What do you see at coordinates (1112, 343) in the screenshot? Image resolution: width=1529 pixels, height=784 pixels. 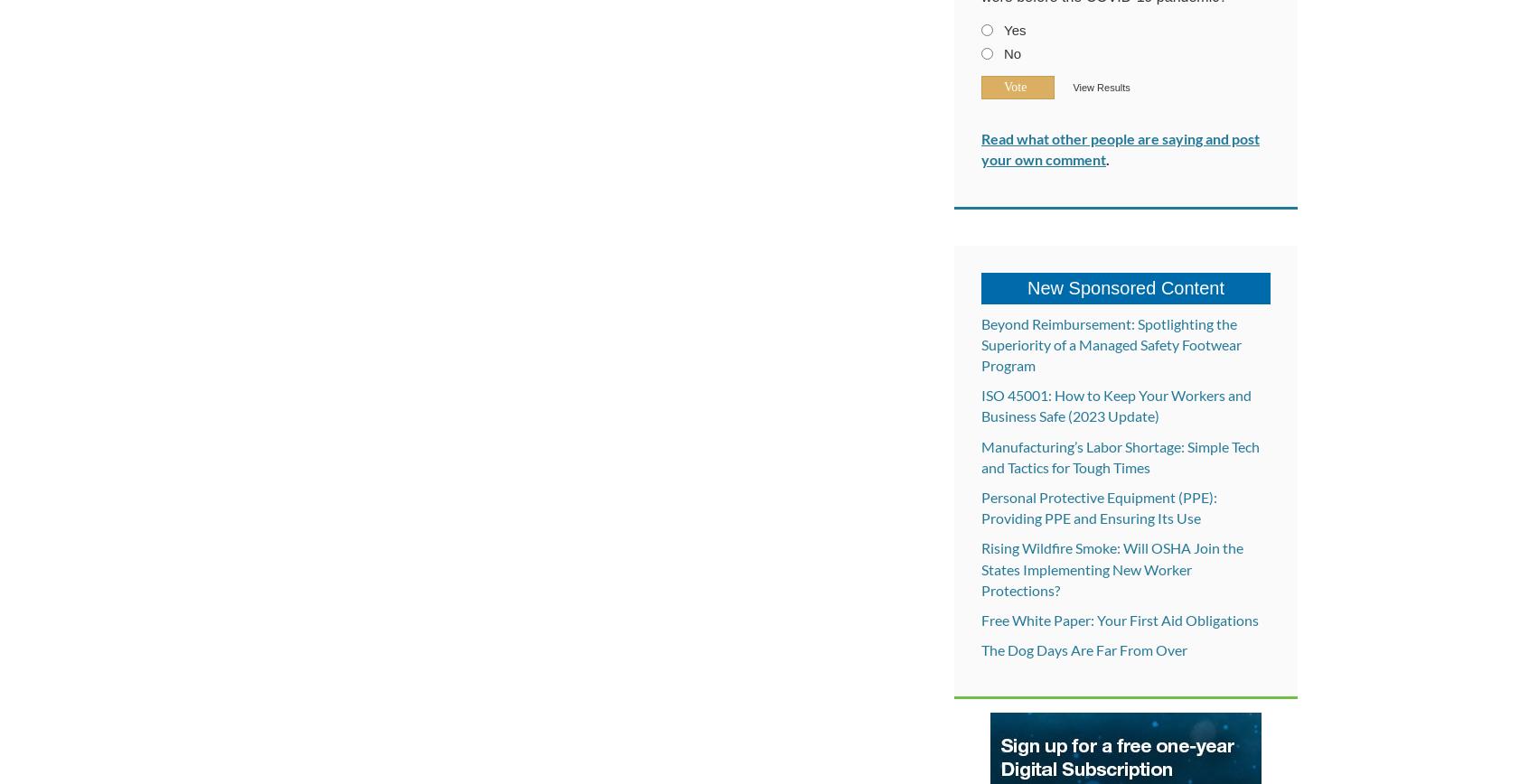 I see `'Beyond Reimbursement: Spotlighting the Superiority of a Managed Safety Footwear Program'` at bounding box center [1112, 343].